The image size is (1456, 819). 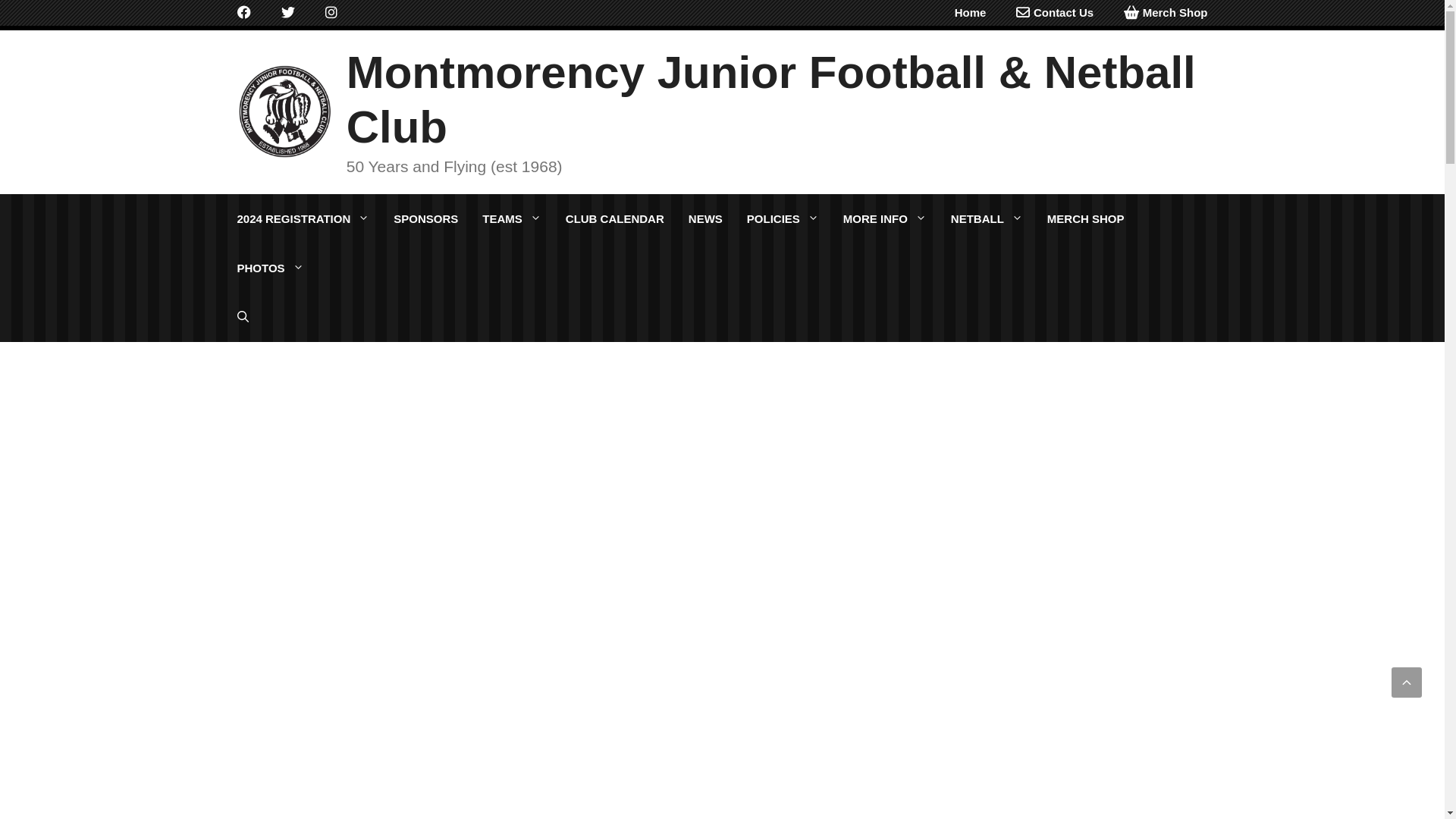 What do you see at coordinates (615, 218) in the screenshot?
I see `'CLUB CALENDAR'` at bounding box center [615, 218].